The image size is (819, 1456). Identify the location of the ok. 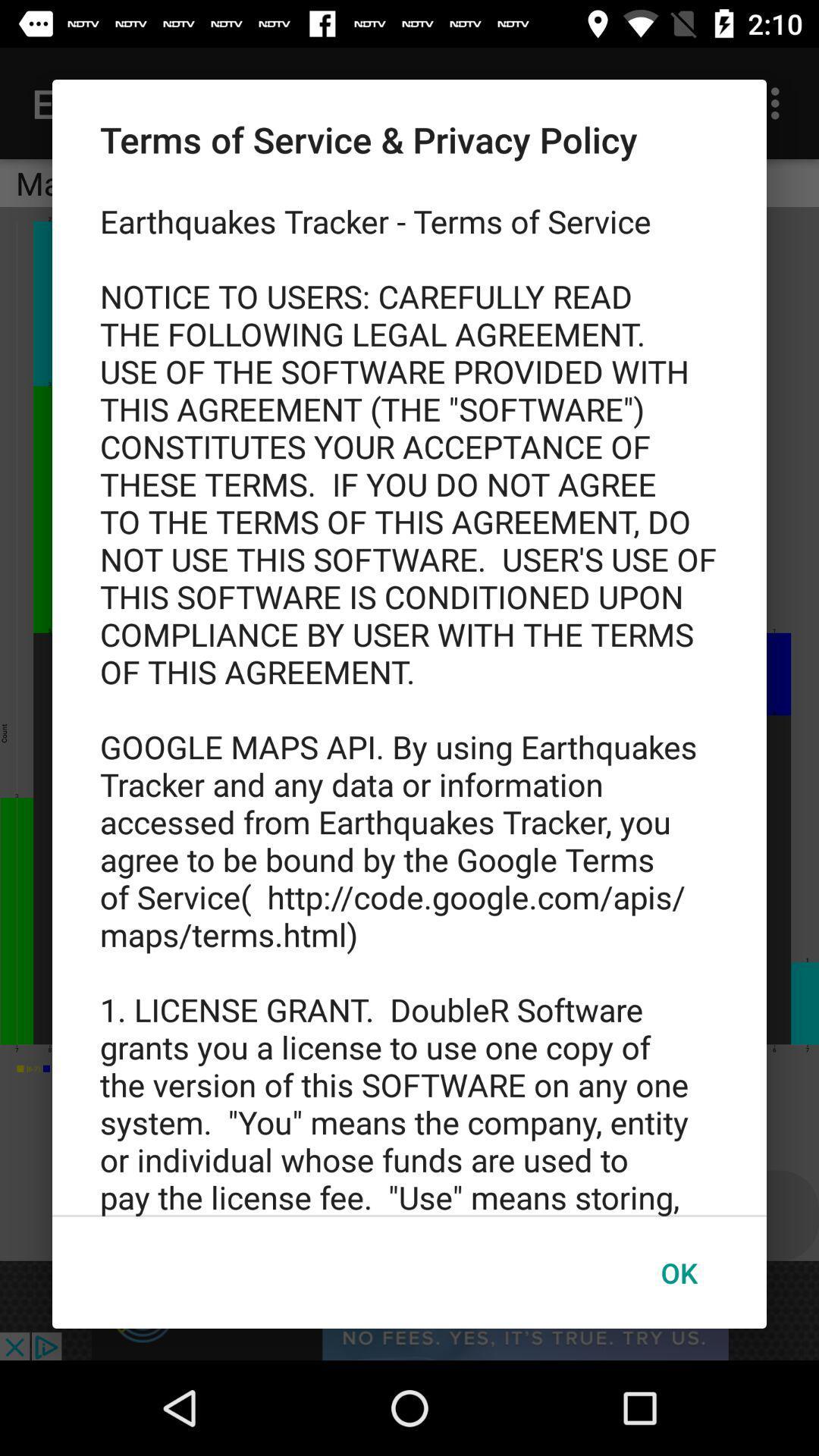
(678, 1272).